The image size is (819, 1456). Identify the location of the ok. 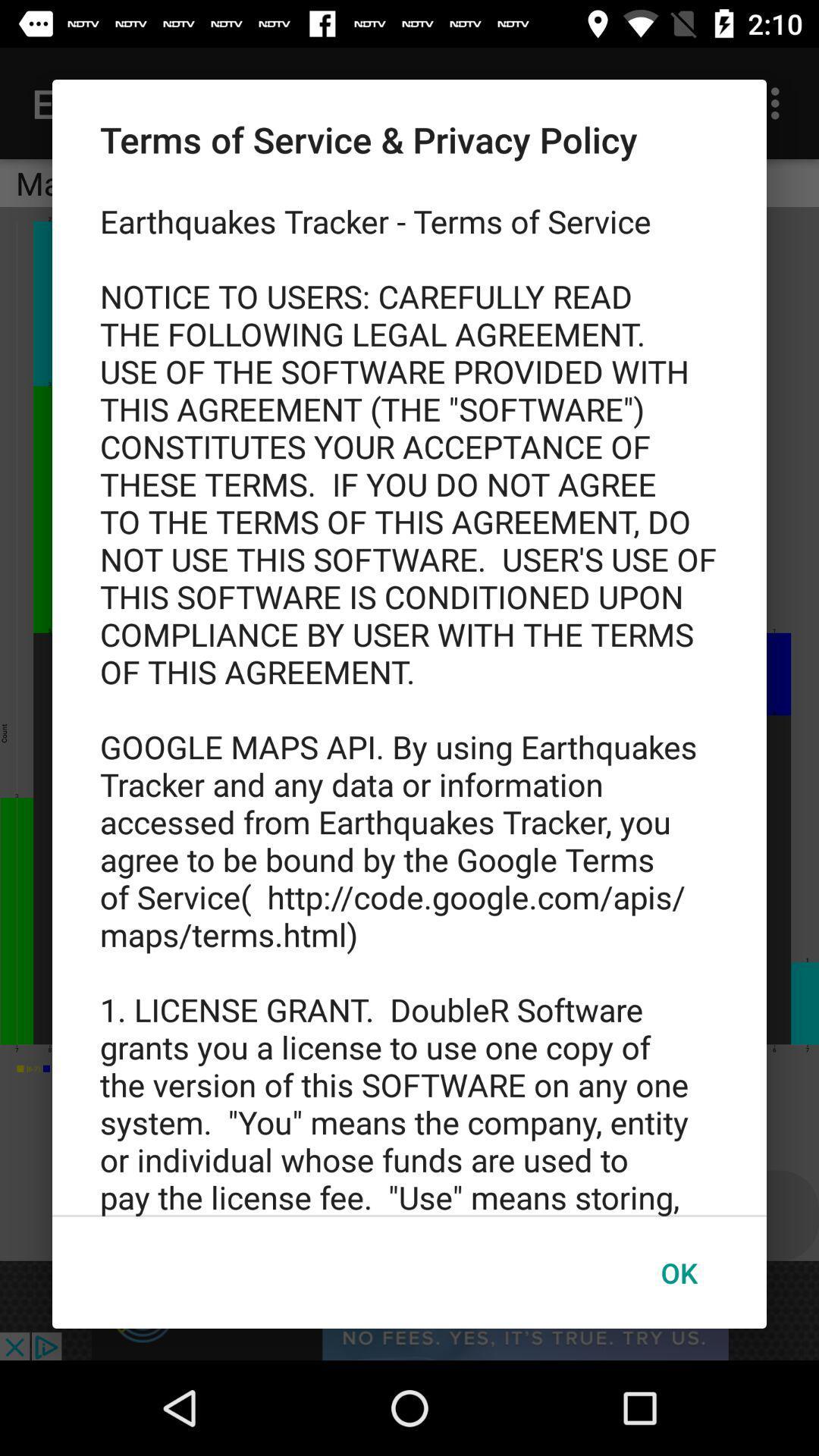
(678, 1272).